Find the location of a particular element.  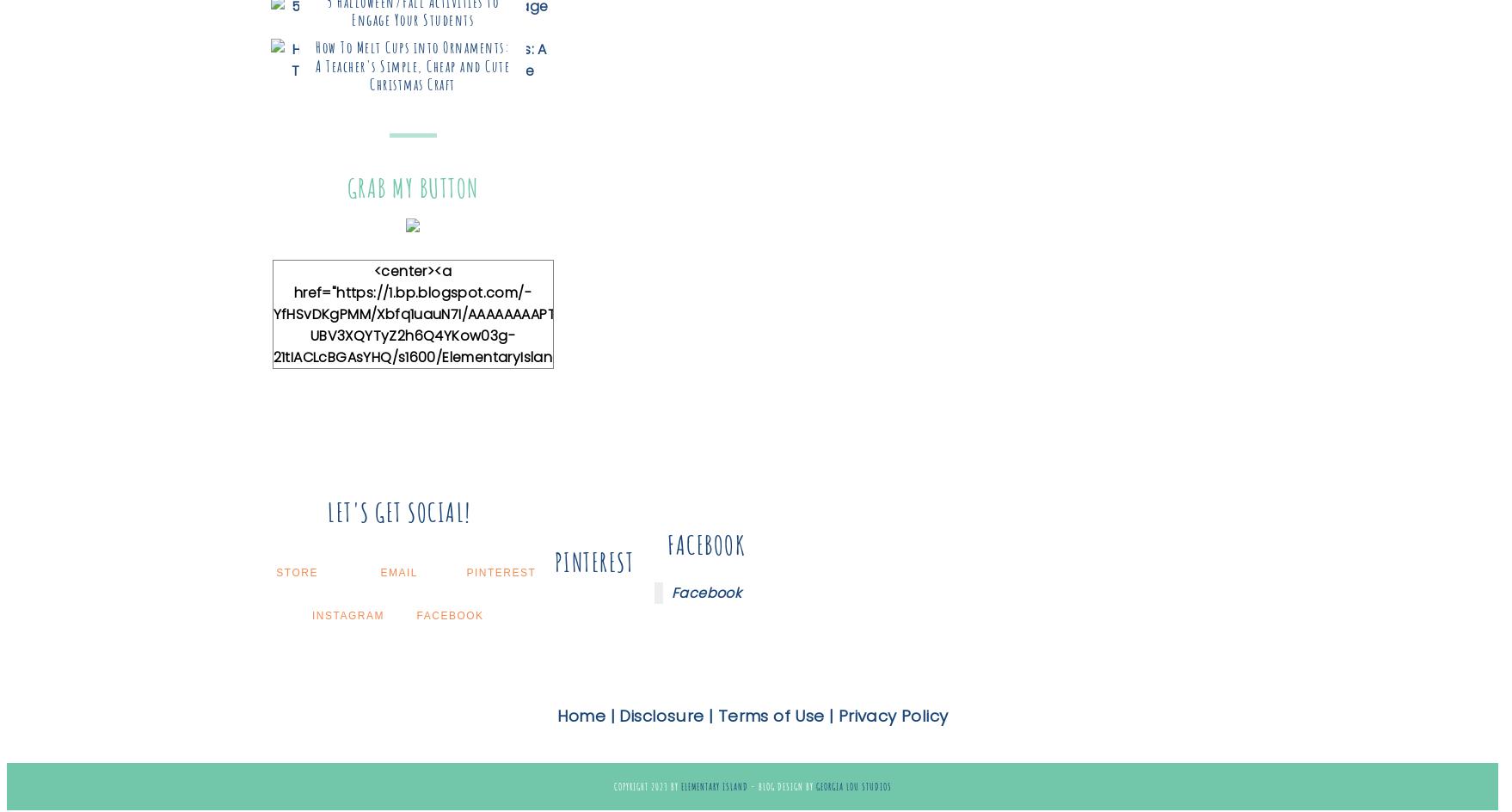

'Email' is located at coordinates (397, 570).